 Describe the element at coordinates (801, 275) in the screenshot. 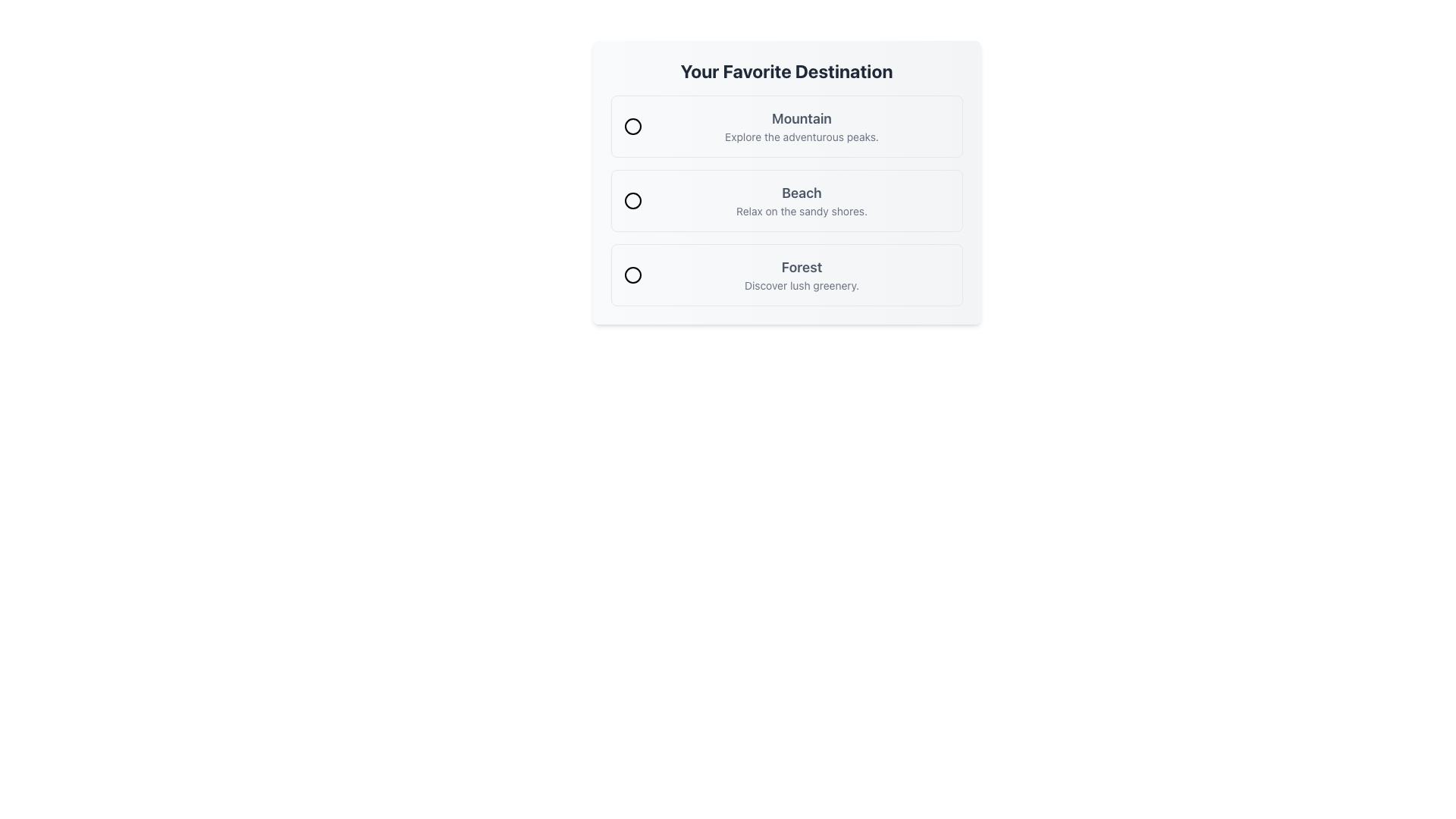

I see `the text display element that provides descriptive information about the card titled 'Forest', located at the center-bottom of the card in the selection menu` at that location.